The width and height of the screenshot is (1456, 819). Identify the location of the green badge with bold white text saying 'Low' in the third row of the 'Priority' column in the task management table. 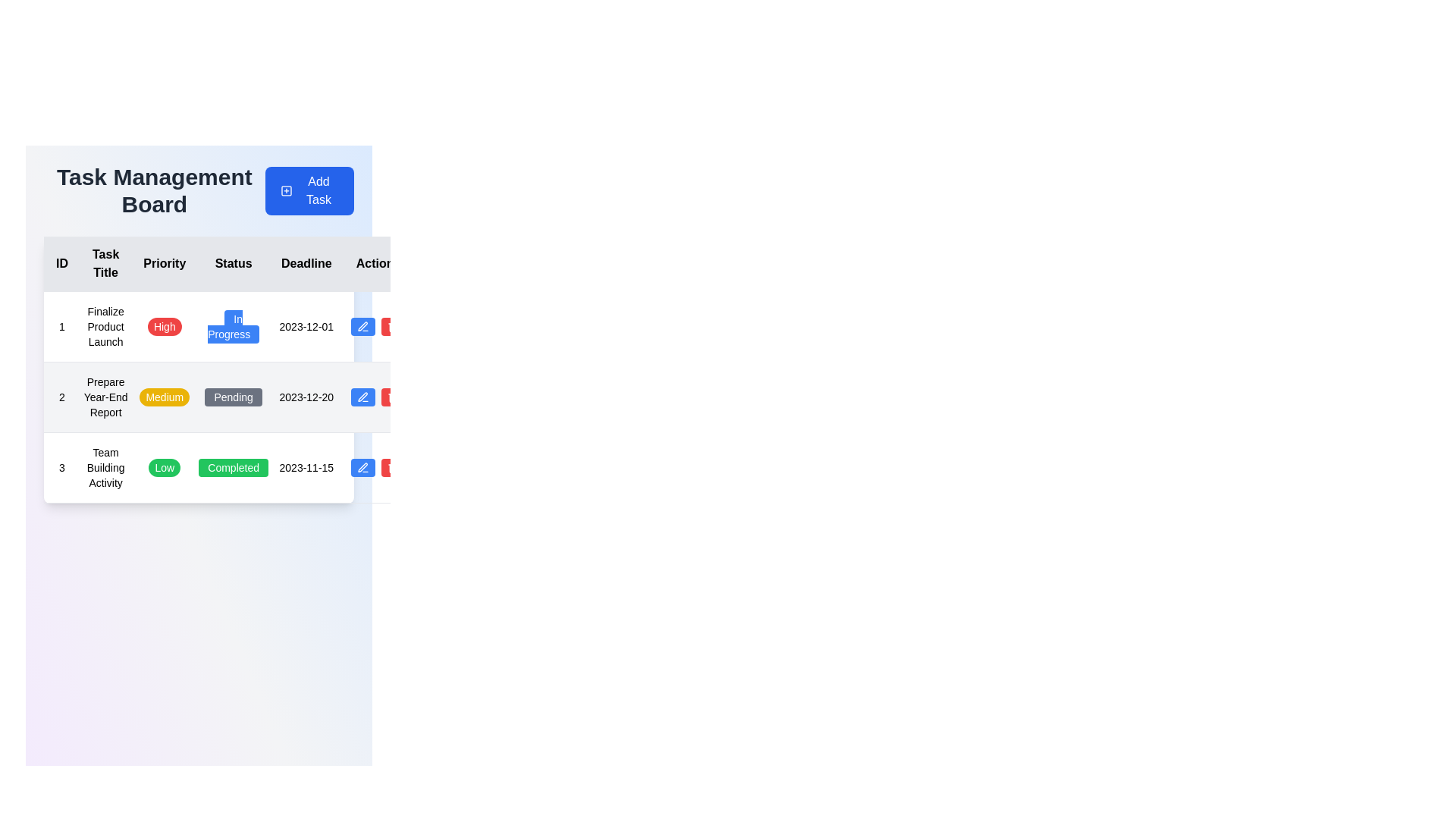
(165, 467).